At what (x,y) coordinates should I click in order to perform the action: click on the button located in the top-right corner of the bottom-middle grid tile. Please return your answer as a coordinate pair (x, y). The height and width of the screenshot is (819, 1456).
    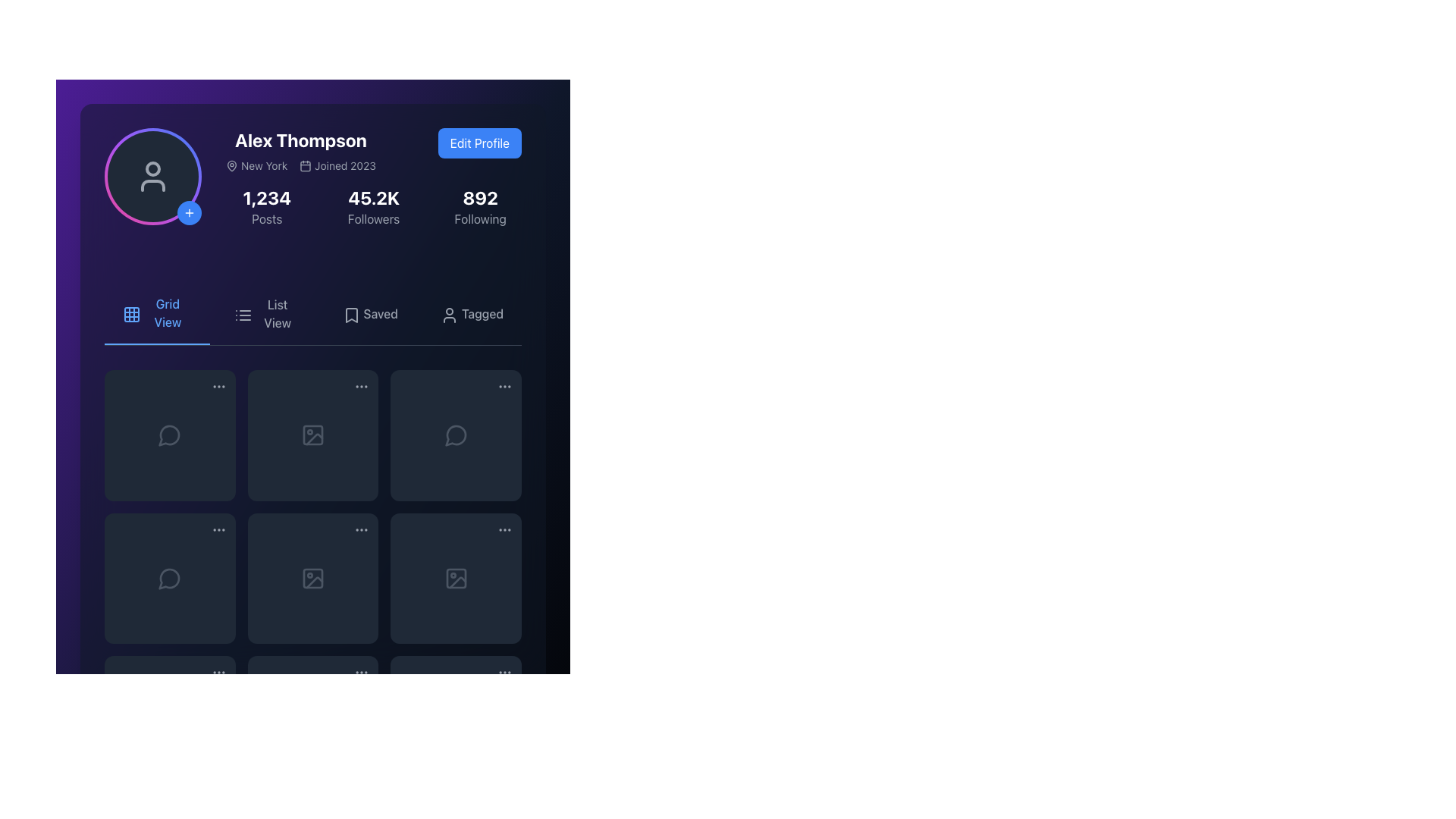
    Looking at the image, I should click on (361, 529).